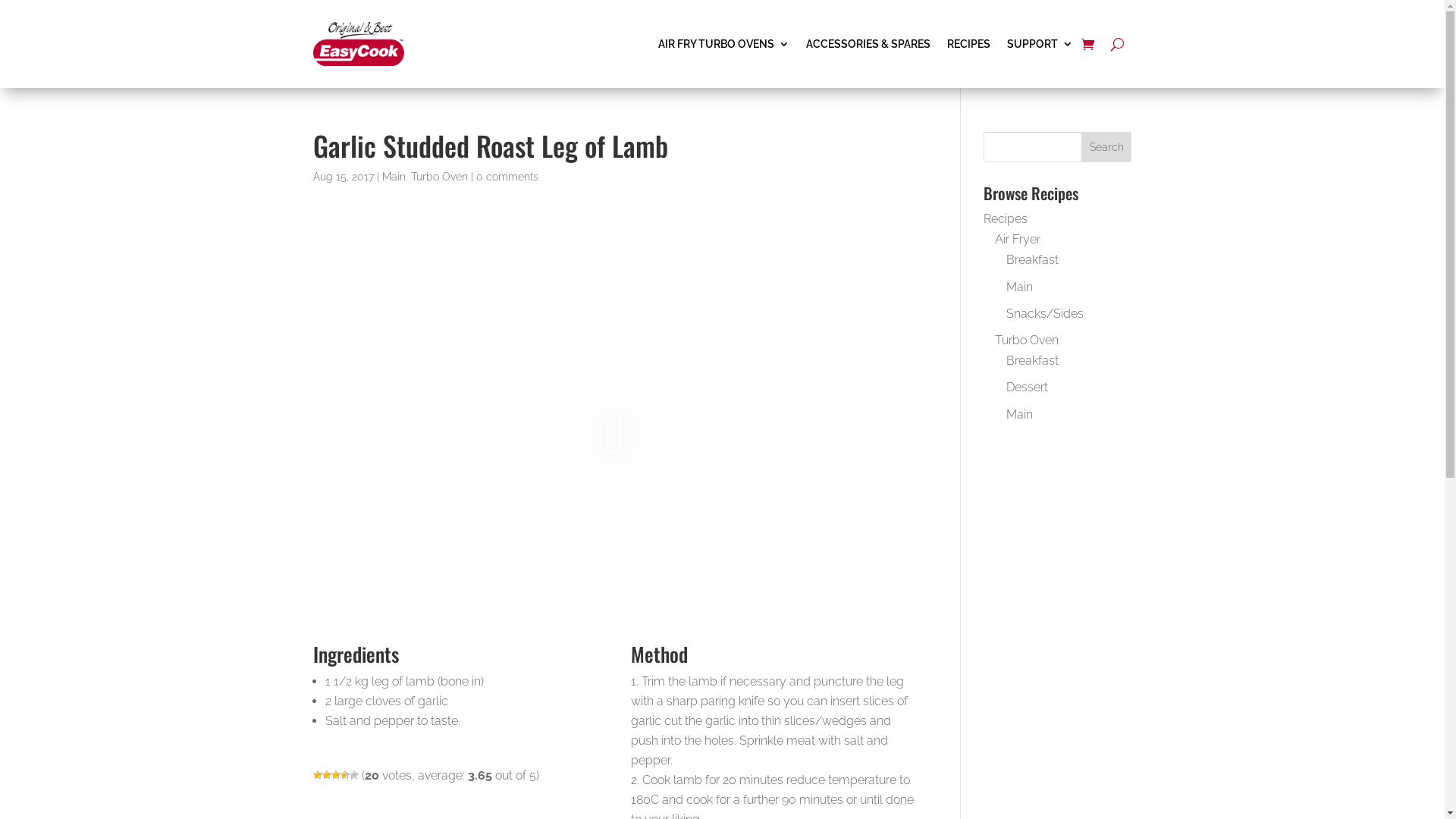 The image size is (1456, 819). I want to click on 'Dessert', so click(1027, 386).